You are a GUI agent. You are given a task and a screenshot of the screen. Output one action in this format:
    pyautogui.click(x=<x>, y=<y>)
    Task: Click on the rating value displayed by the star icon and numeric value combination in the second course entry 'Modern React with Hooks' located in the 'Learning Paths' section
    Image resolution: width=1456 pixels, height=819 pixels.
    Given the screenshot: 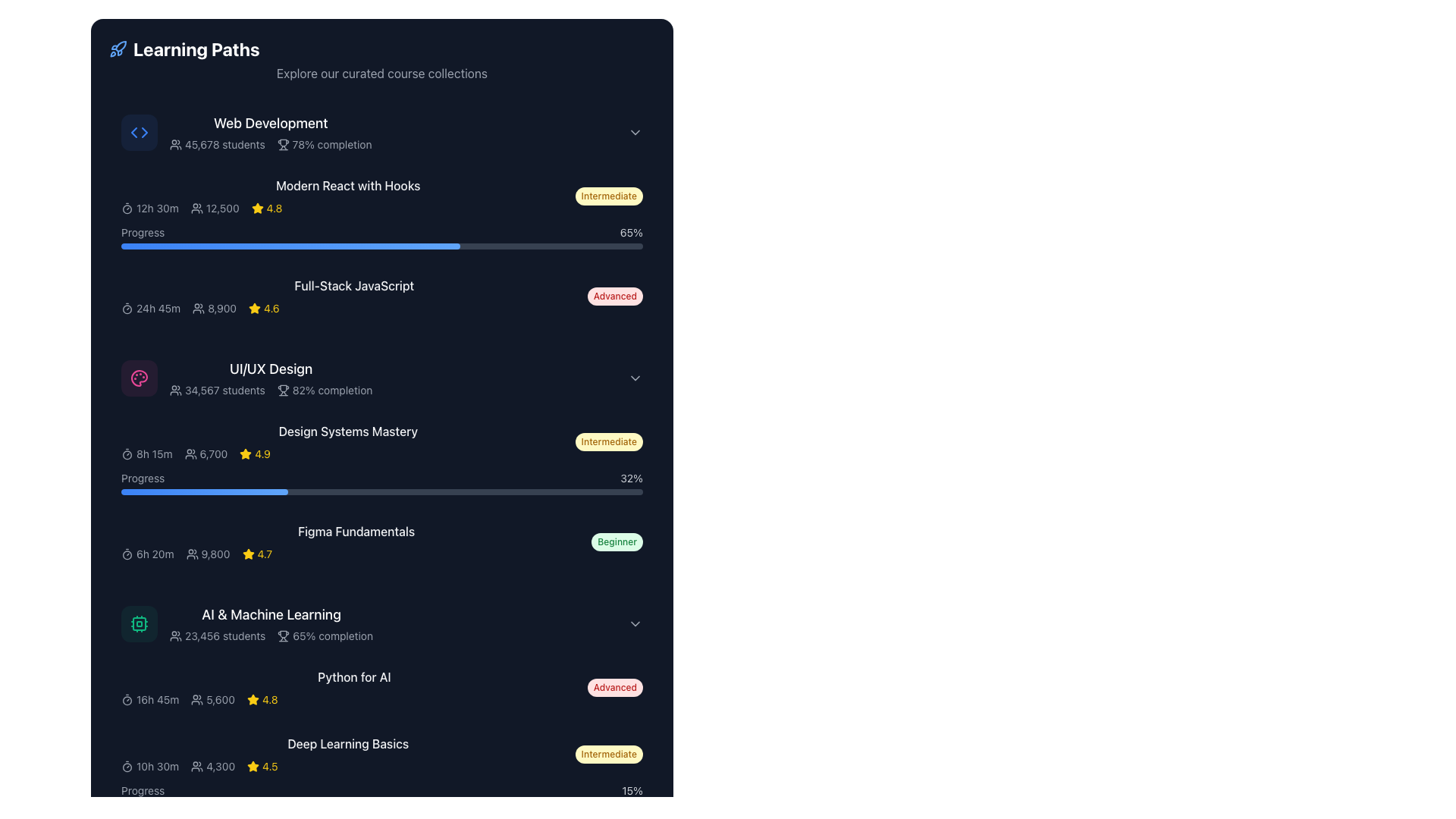 What is the action you would take?
    pyautogui.click(x=267, y=208)
    